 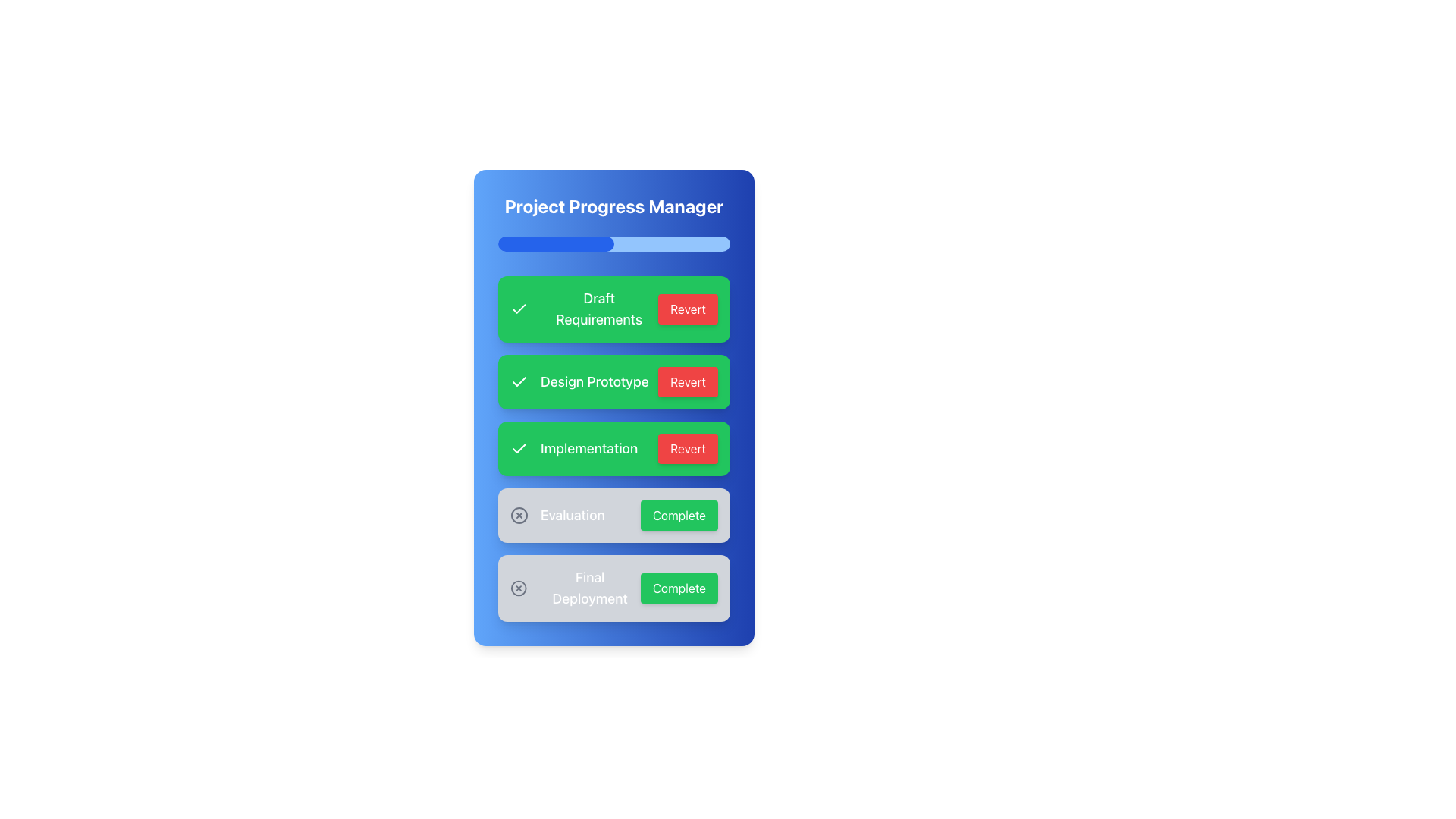 I want to click on the green checkmark icon that indicates the completion of the 'Design Prototype' task, located in the second row of the task list, so click(x=519, y=381).